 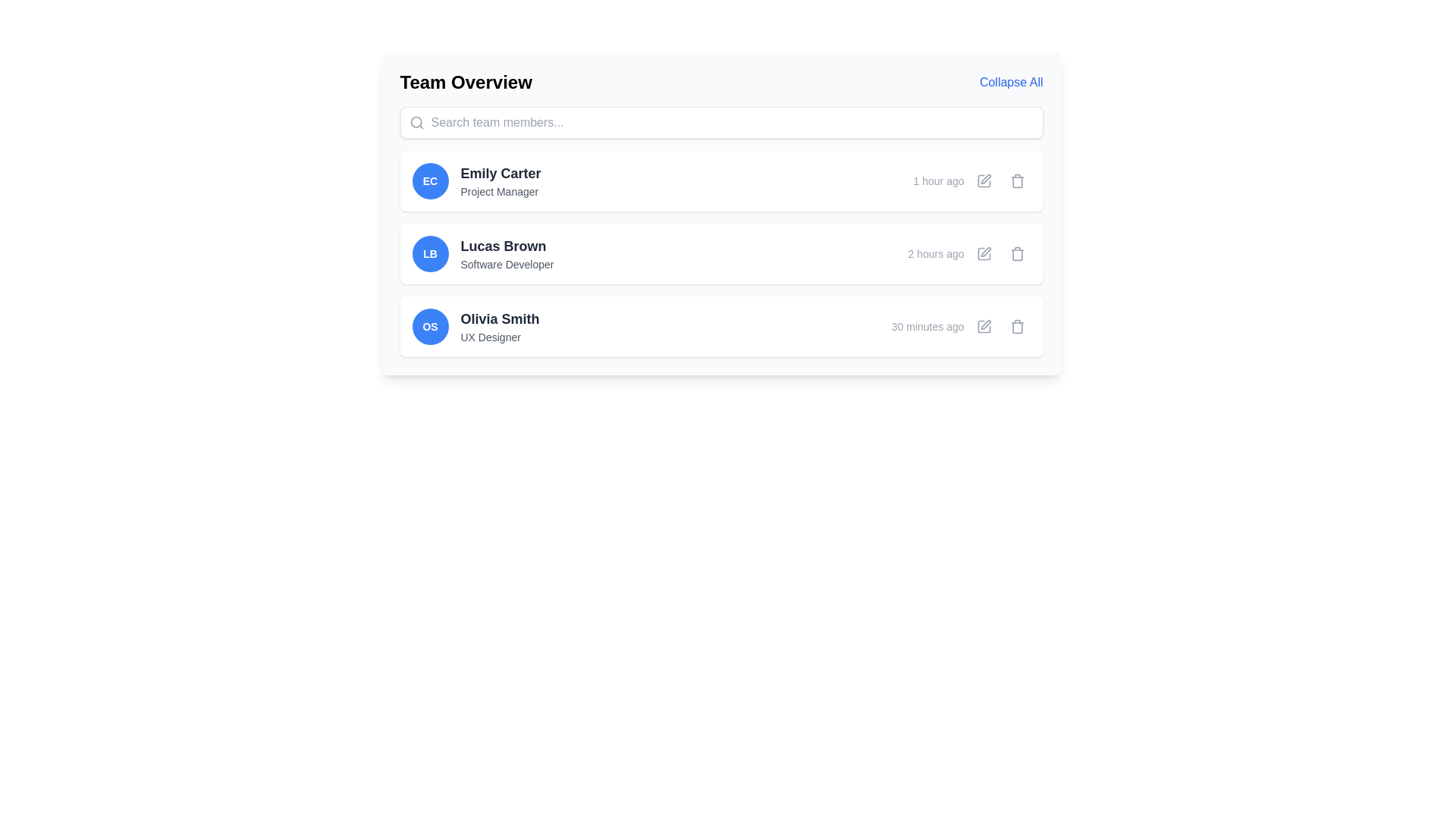 What do you see at coordinates (507, 263) in the screenshot?
I see `the text label indicating the professional position of team member Lucas Brown, located directly below his name in the information card` at bounding box center [507, 263].